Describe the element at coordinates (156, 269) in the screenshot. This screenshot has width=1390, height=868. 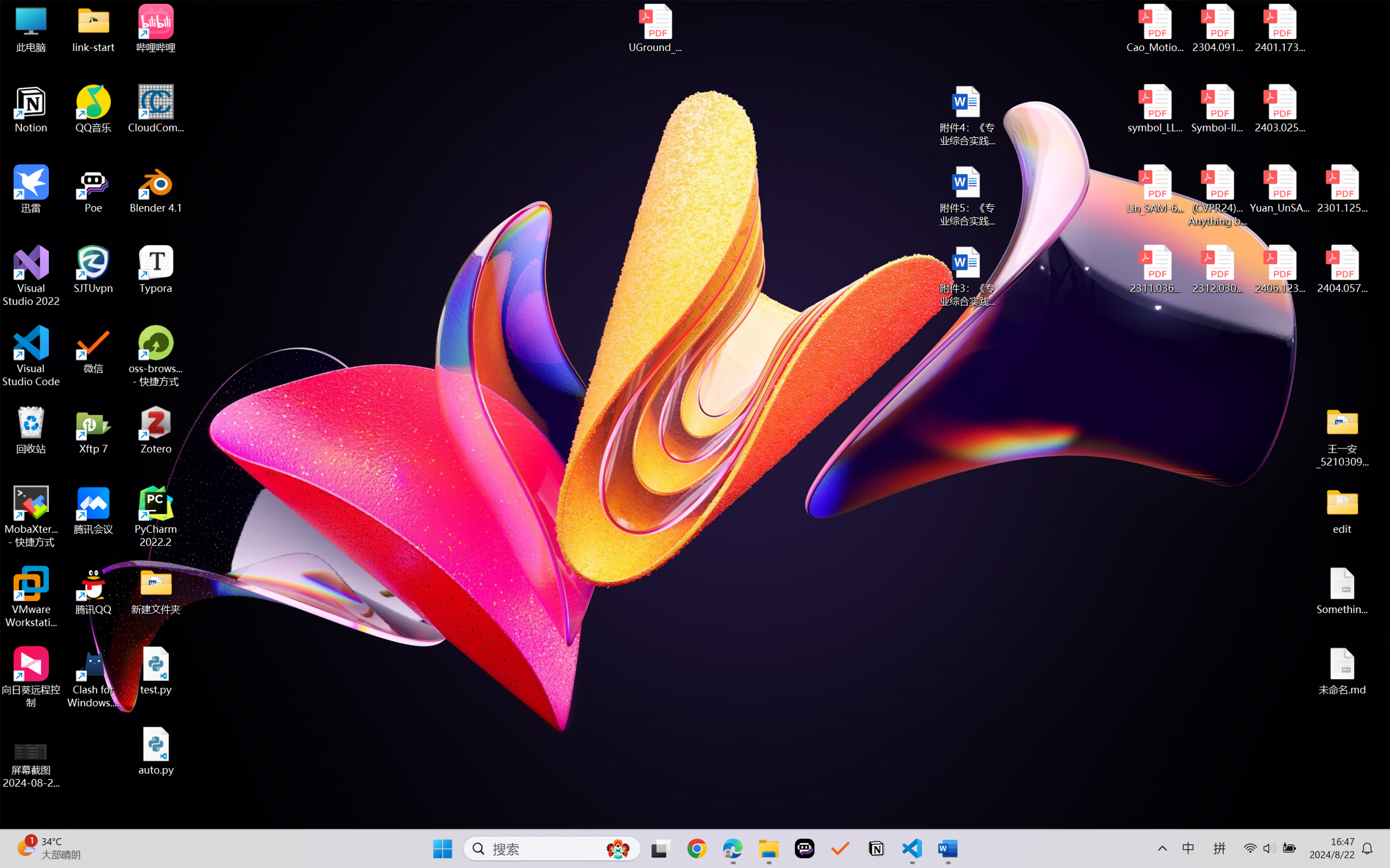
I see `'Typora'` at that location.